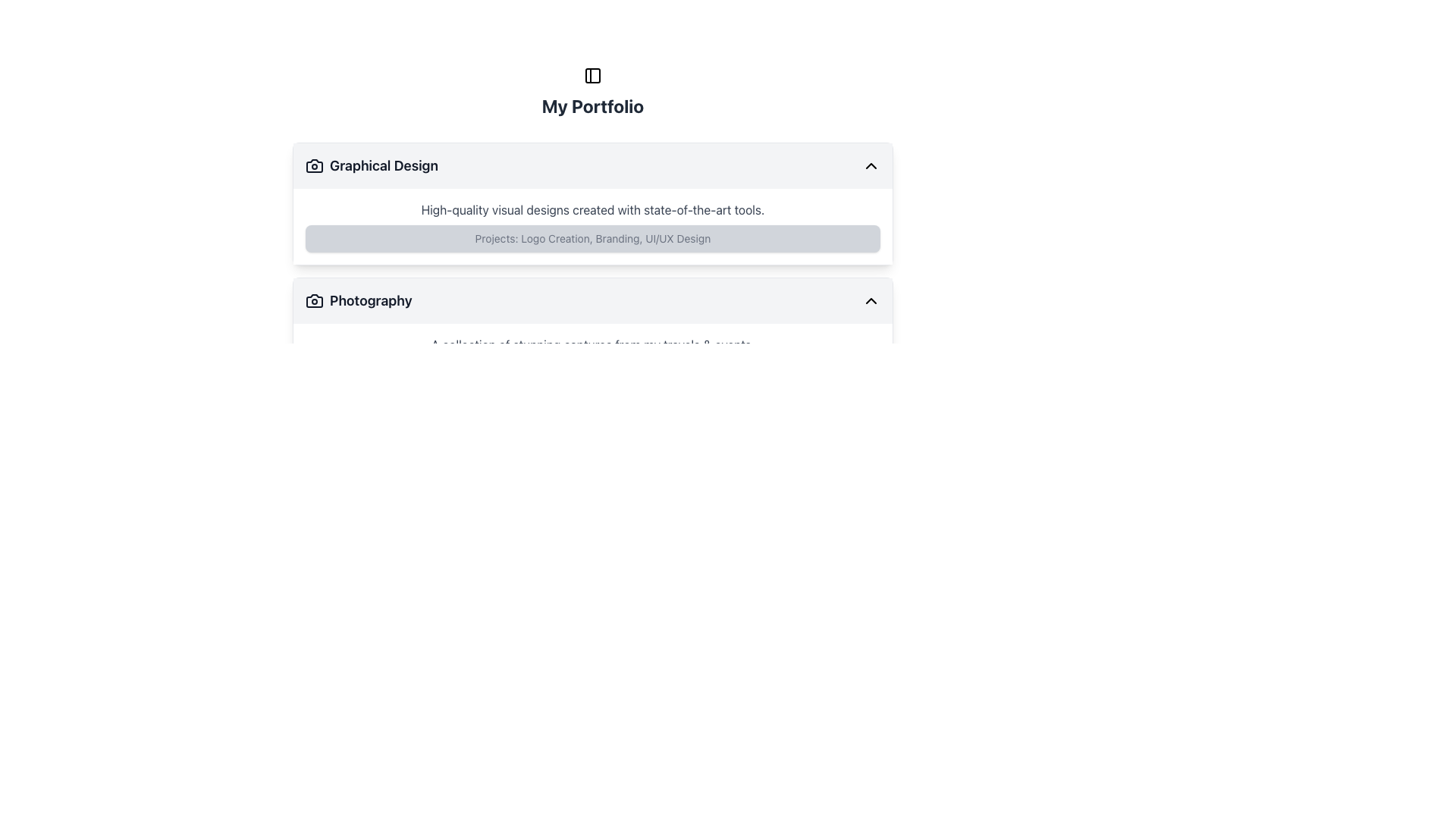  Describe the element at coordinates (592, 76) in the screenshot. I see `the compact icon resembling a side panel layout` at that location.